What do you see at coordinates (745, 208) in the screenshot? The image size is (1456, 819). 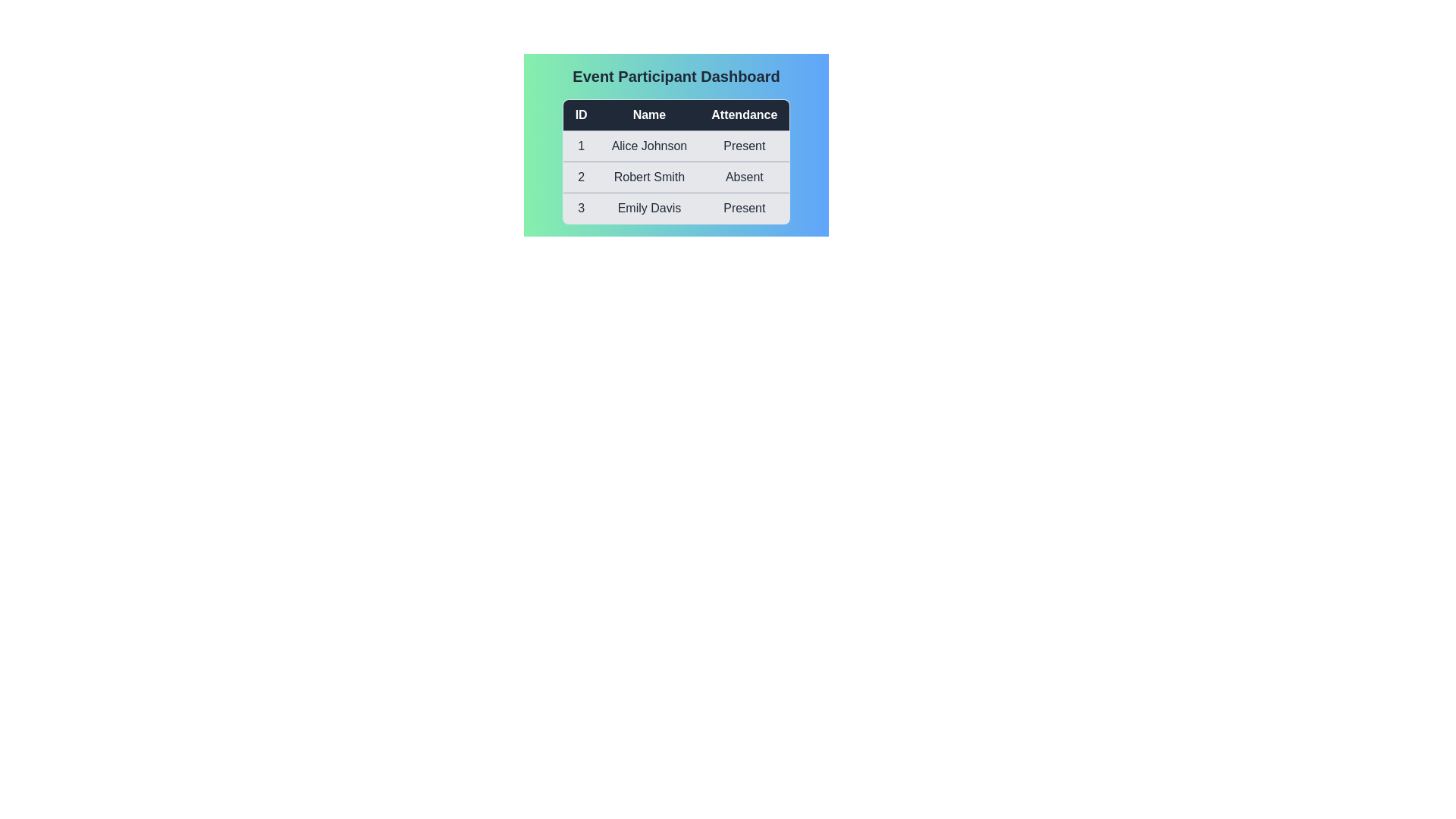 I see `the Static Text Label displaying 'Present' in the attendance column of the table, which is located next to the name 'Emily Davis' in the third row` at bounding box center [745, 208].